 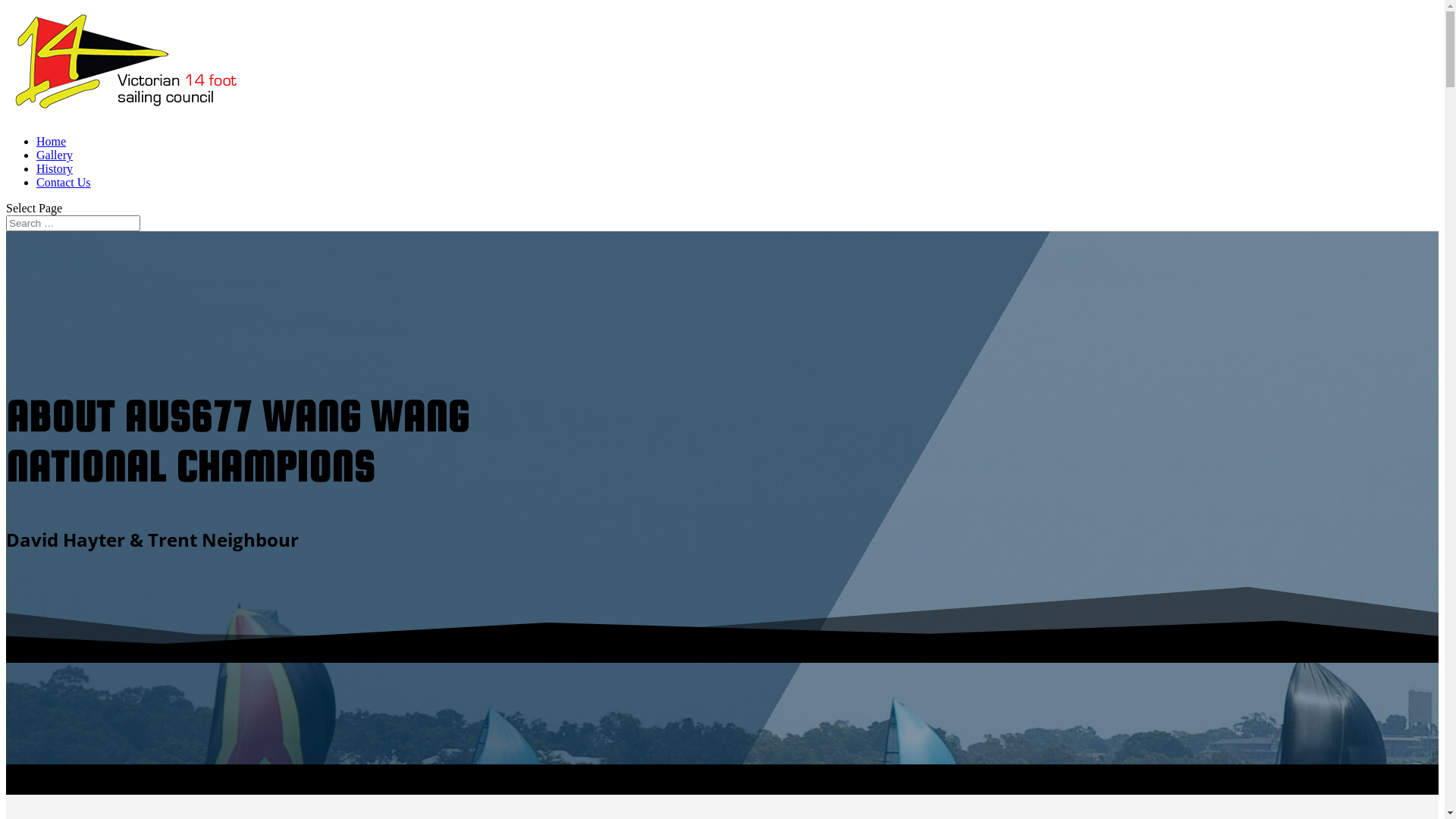 What do you see at coordinates (72, 223) in the screenshot?
I see `'Search for:'` at bounding box center [72, 223].